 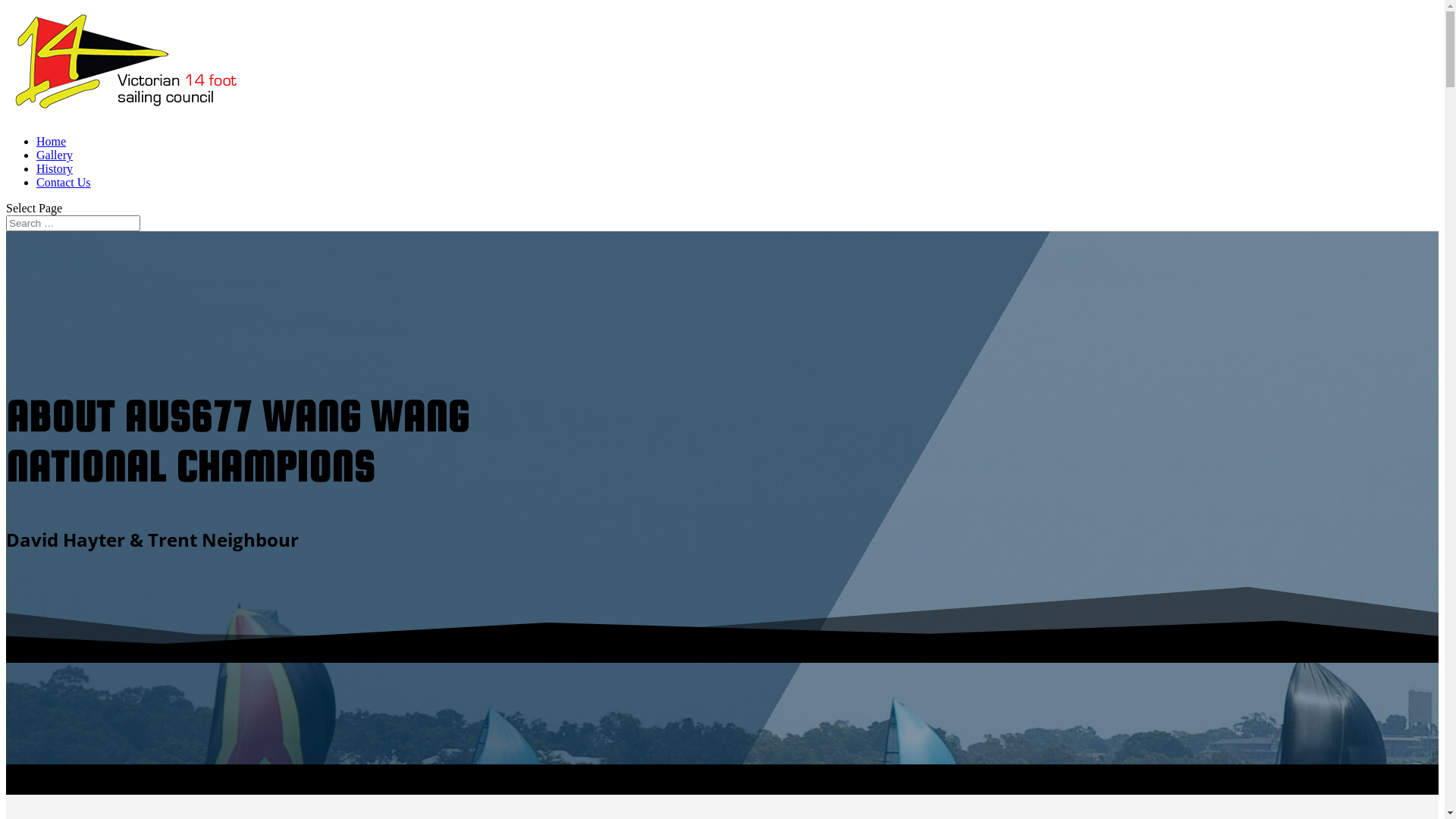 What do you see at coordinates (72, 223) in the screenshot?
I see `'Search for:'` at bounding box center [72, 223].